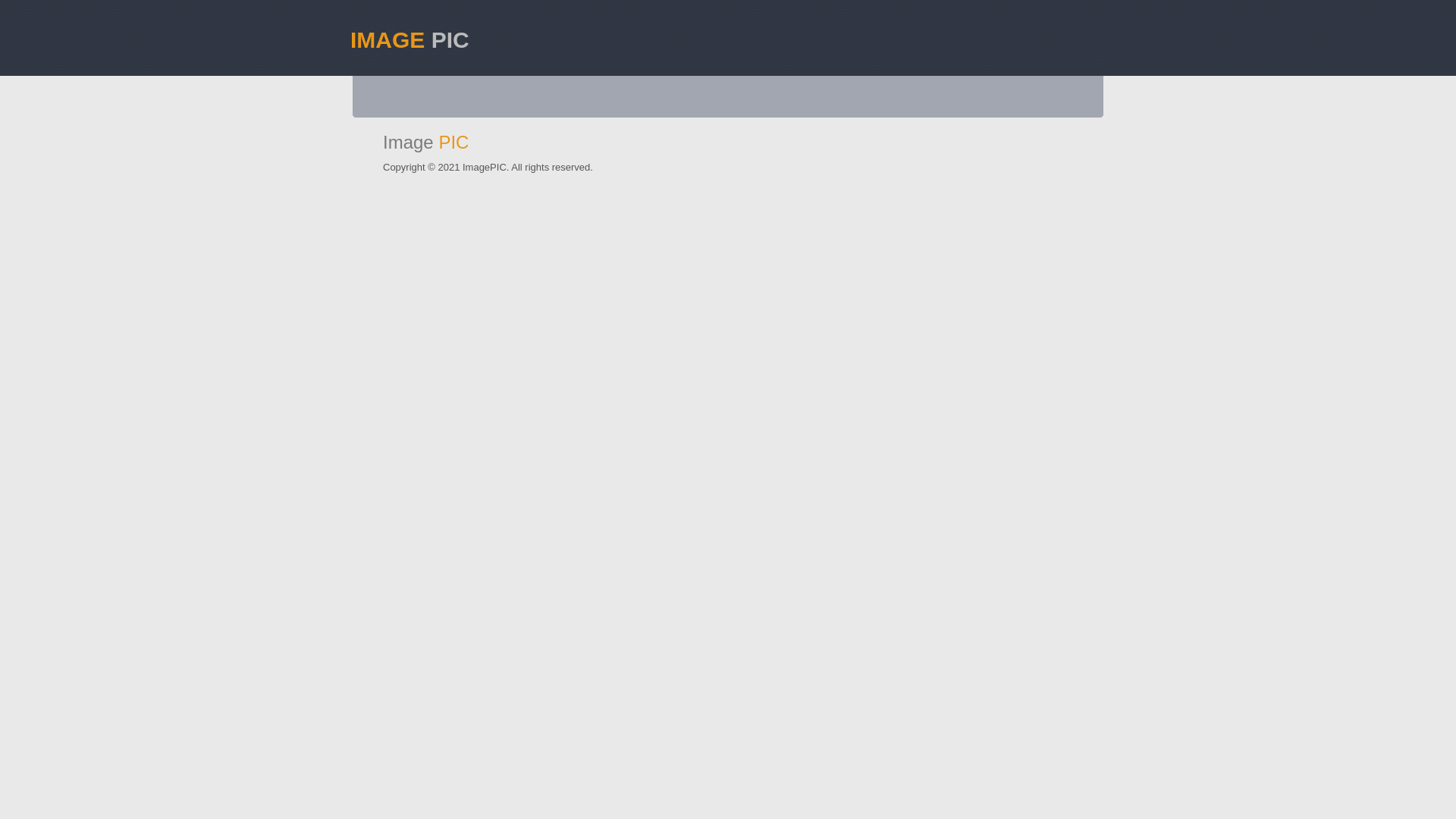  I want to click on 'IMAGE PIC', so click(349, 30).